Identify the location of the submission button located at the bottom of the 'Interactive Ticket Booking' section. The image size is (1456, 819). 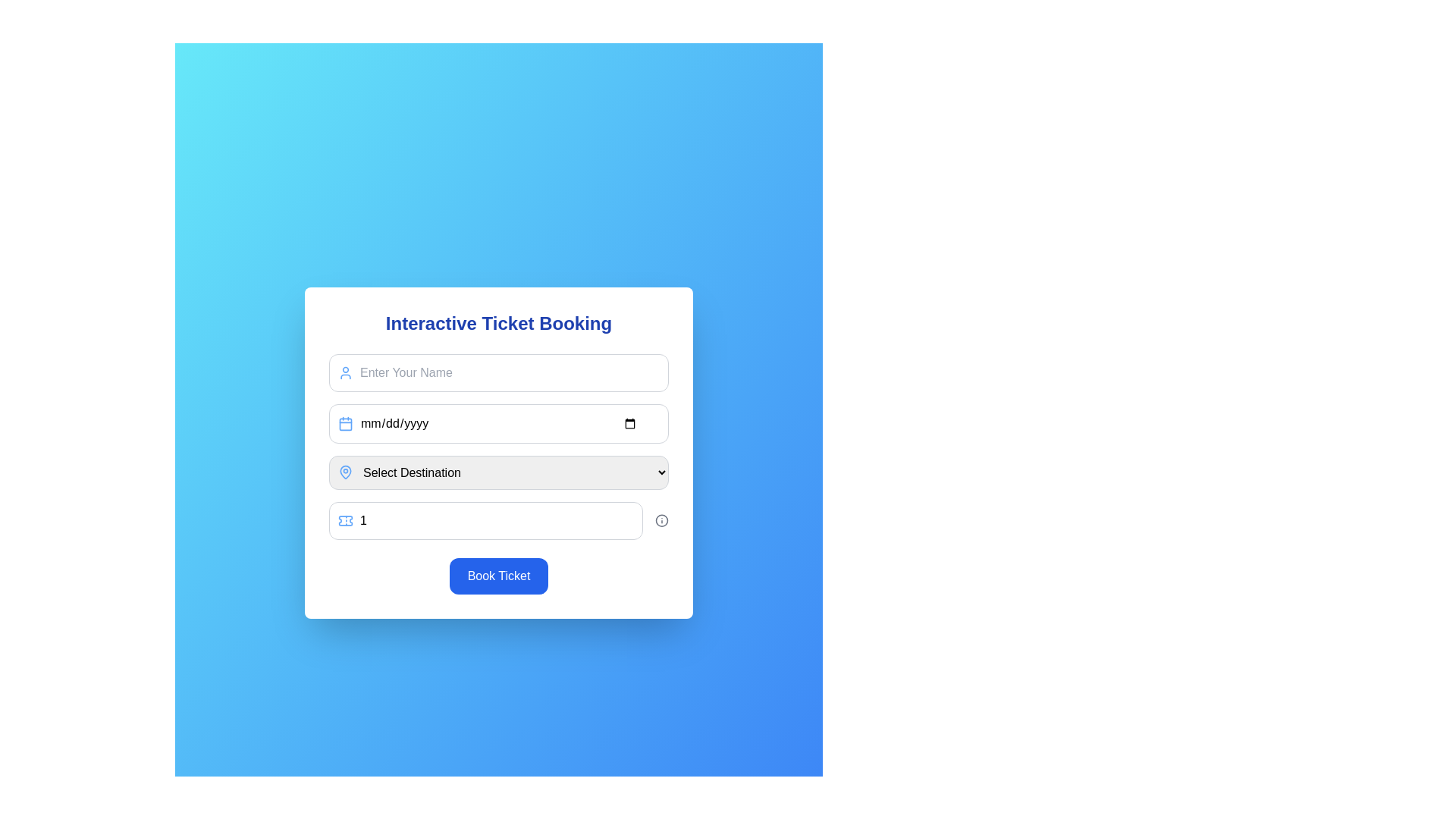
(498, 576).